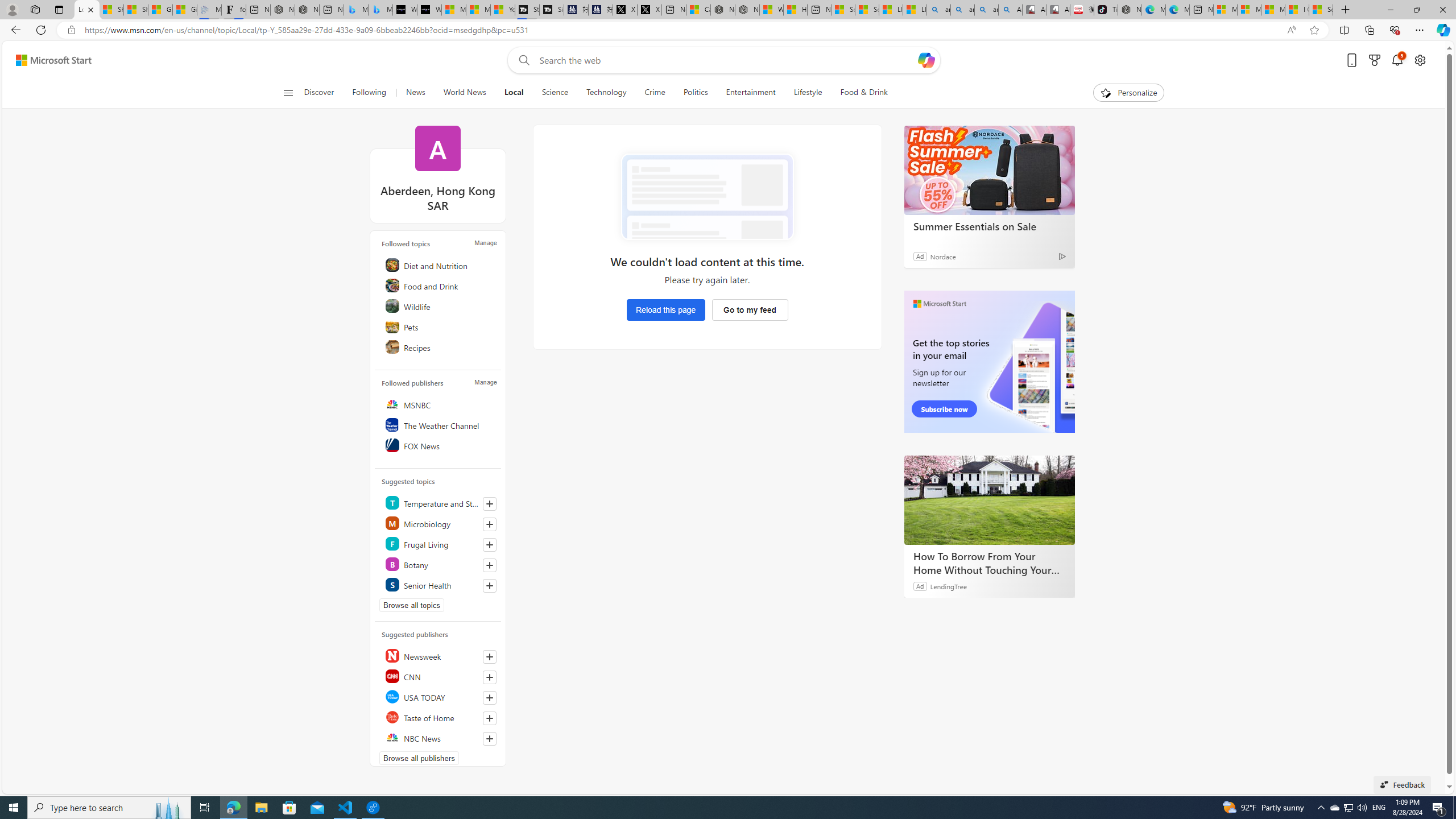  I want to click on 'Subscribe now', so click(944, 409).